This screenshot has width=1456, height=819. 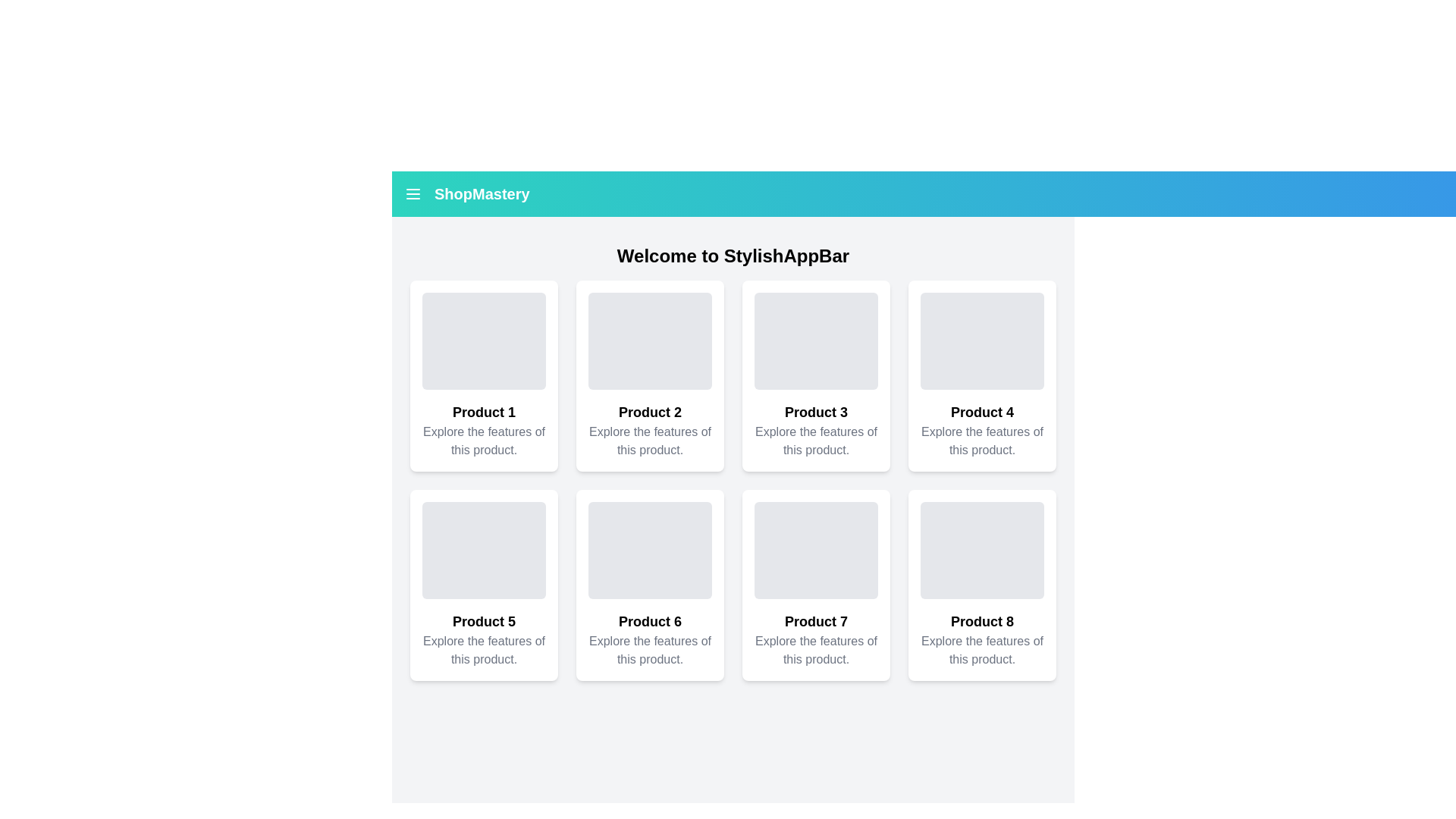 What do you see at coordinates (413, 193) in the screenshot?
I see `the hamburger icon button with a teal background, located in the top left corner of the interface` at bounding box center [413, 193].